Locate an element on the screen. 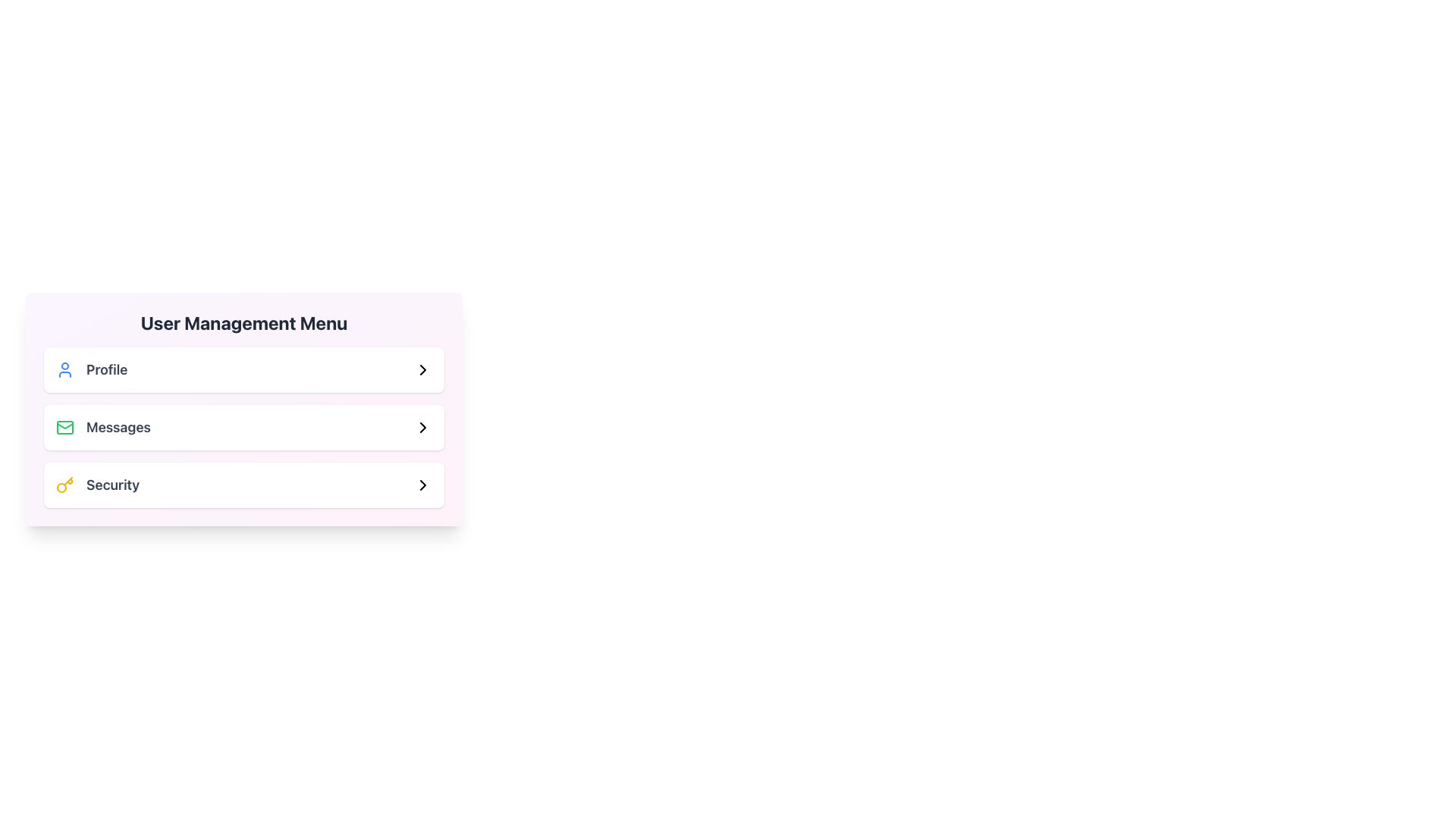 Image resolution: width=1456 pixels, height=819 pixels. the right-facing chevron icon located at the extreme right of the 'Profile' item in the 'User Management Menu' is located at coordinates (422, 370).